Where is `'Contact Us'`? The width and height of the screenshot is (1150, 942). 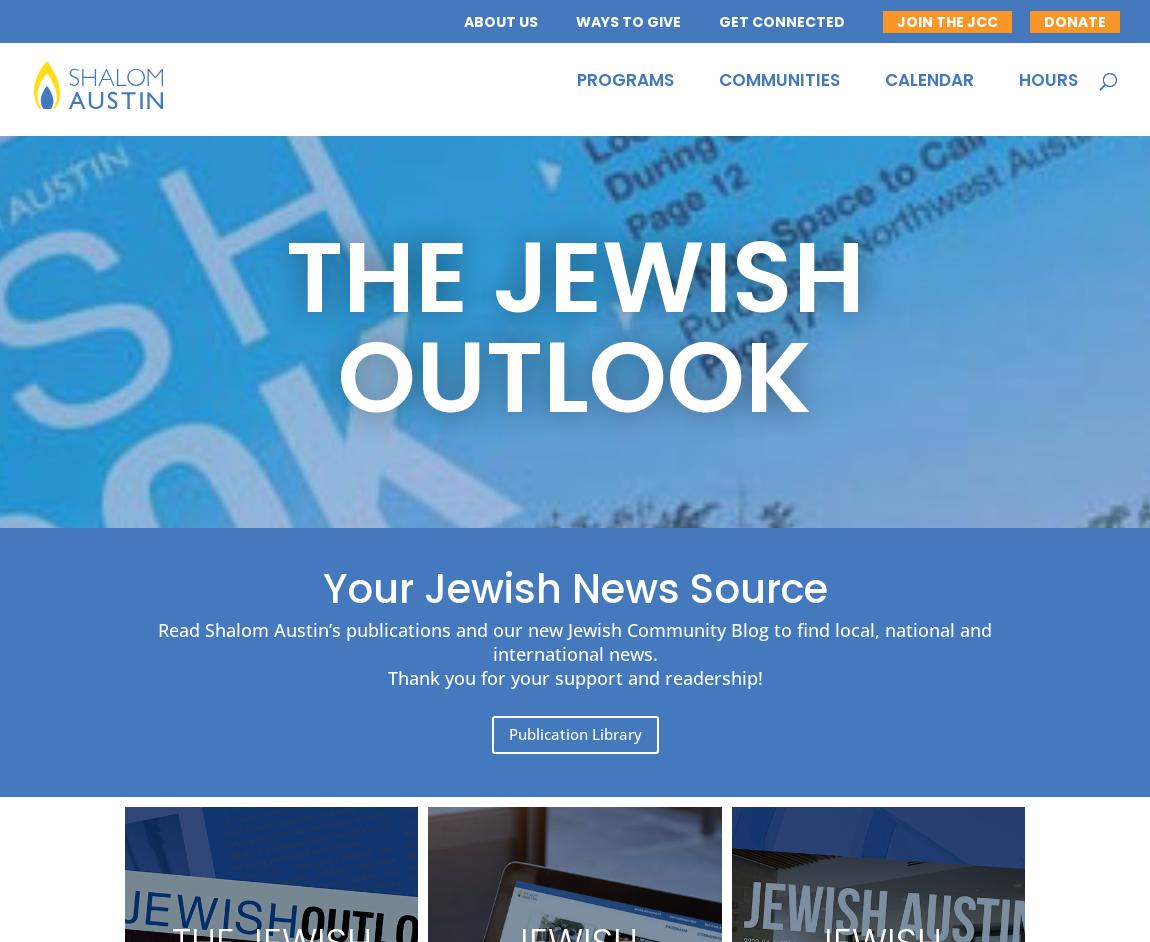 'Contact Us' is located at coordinates (473, 346).